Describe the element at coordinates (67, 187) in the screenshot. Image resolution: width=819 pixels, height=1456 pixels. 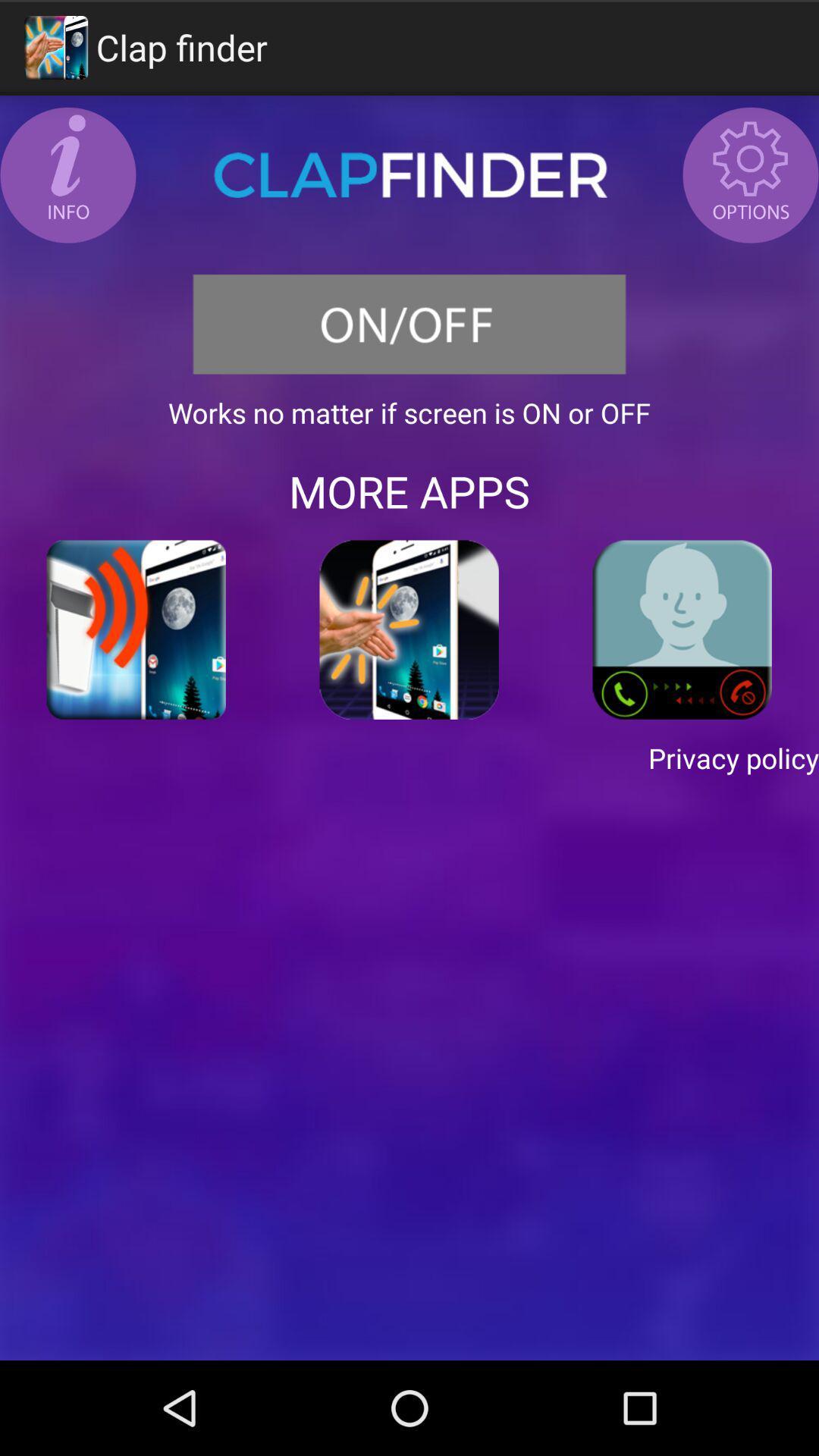
I see `the info icon` at that location.